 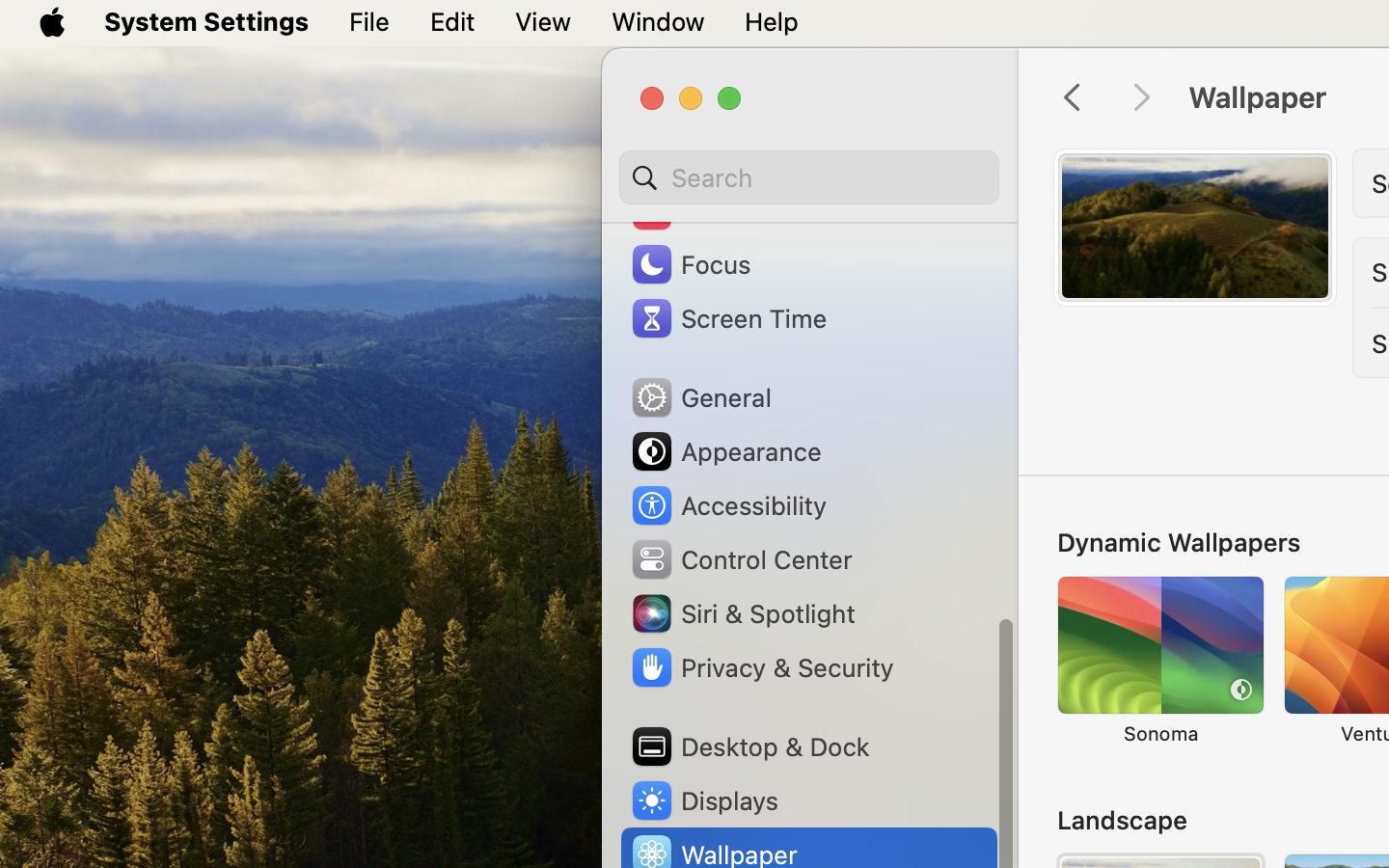 What do you see at coordinates (1177, 540) in the screenshot?
I see `'Dynamic Wallpapers'` at bounding box center [1177, 540].